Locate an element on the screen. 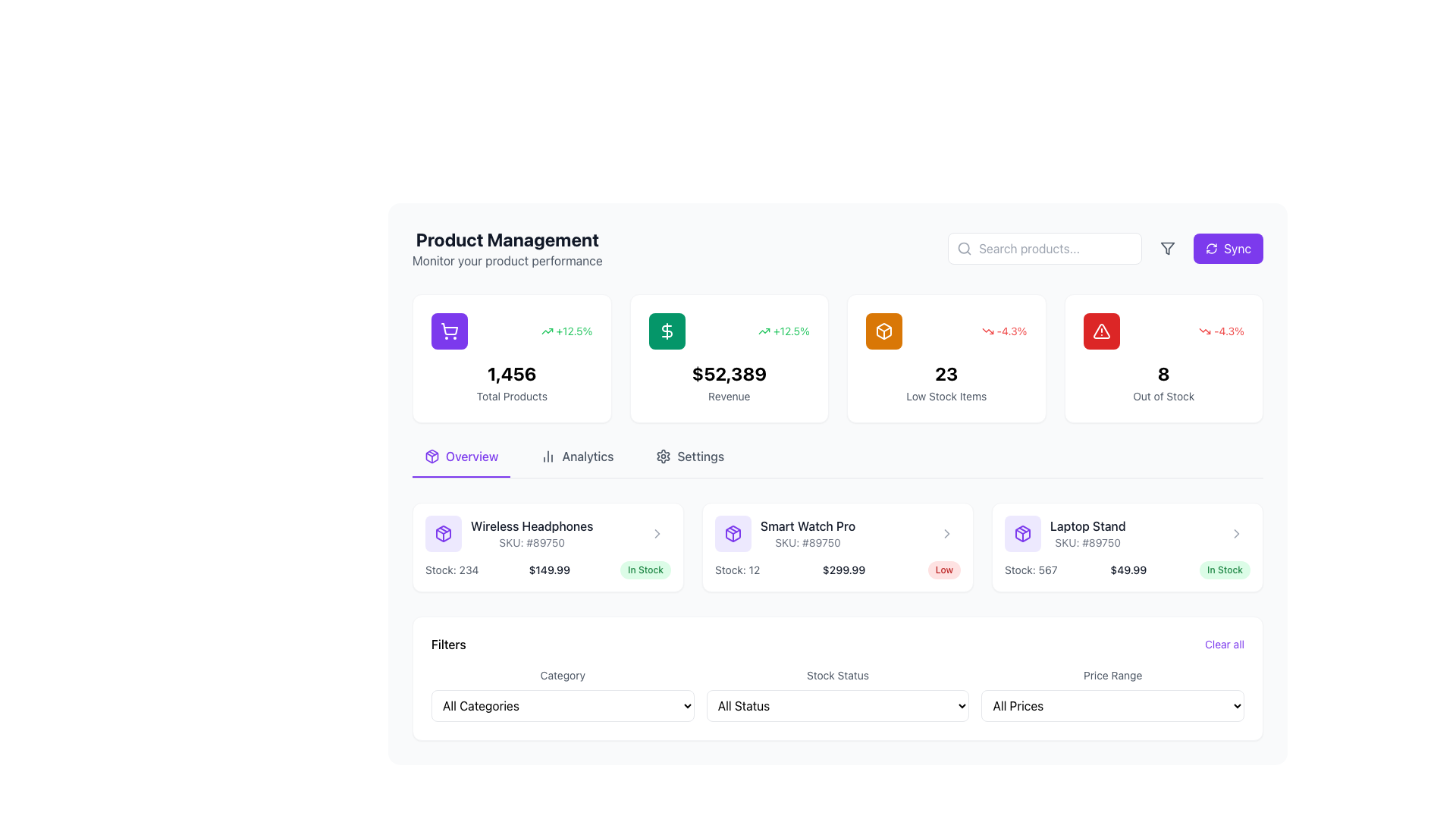 This screenshot has width=1456, height=819. the central dropdown menu in the 'Filters' section, which allows users to select a stock status category such as 'All Status,' 'In Stock,' 'Low Stock,' or 'Out of Stock.' is located at coordinates (836, 693).